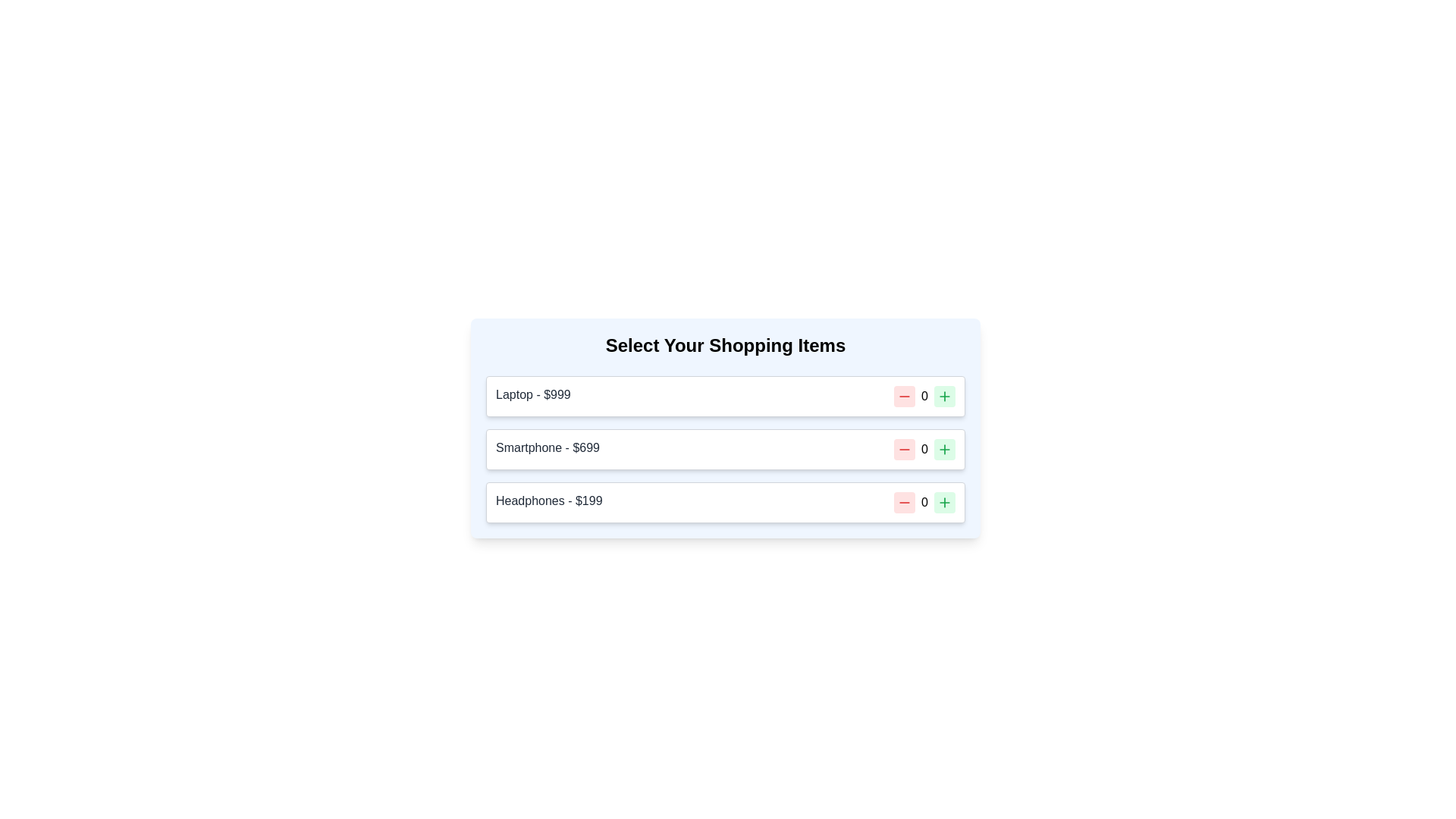  I want to click on the increment button for the 'Headphones - $199' item to increase the quantity by one unit, so click(944, 503).